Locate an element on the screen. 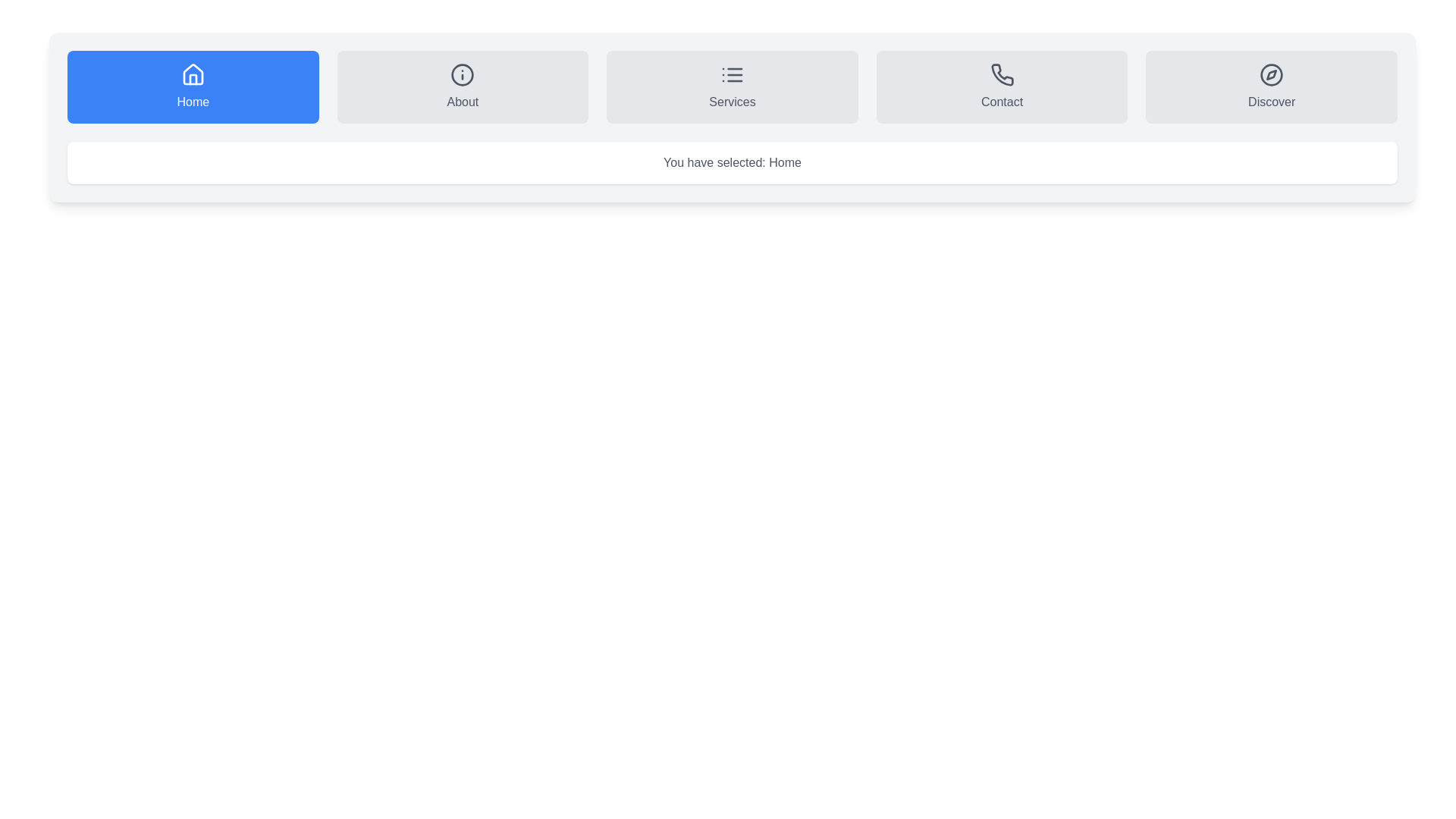  the 'Discover' icon located in the top navigation bar on the rightmost side of the interface is located at coordinates (1272, 75).